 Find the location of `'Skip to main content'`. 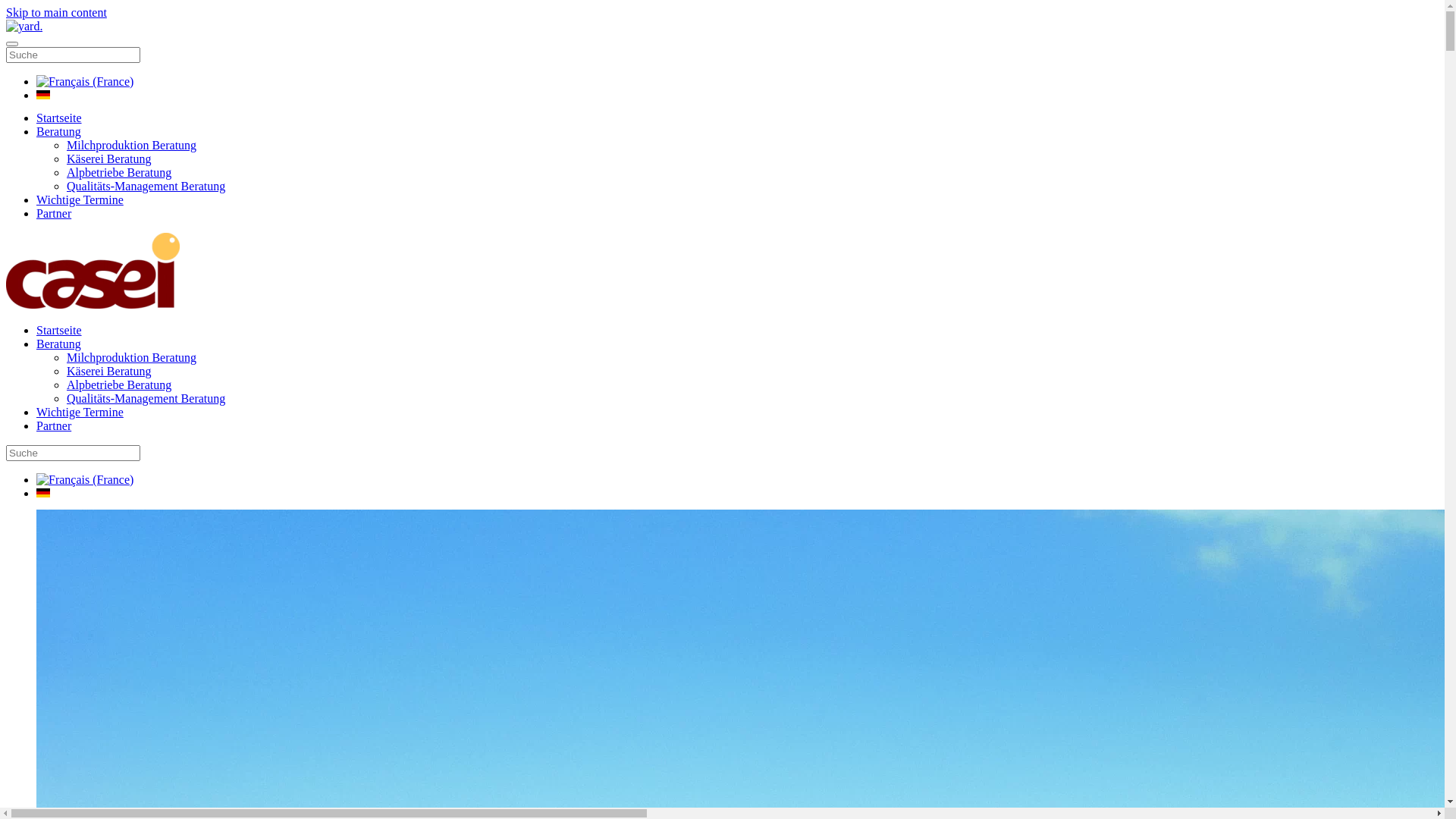

'Skip to main content' is located at coordinates (56, 12).